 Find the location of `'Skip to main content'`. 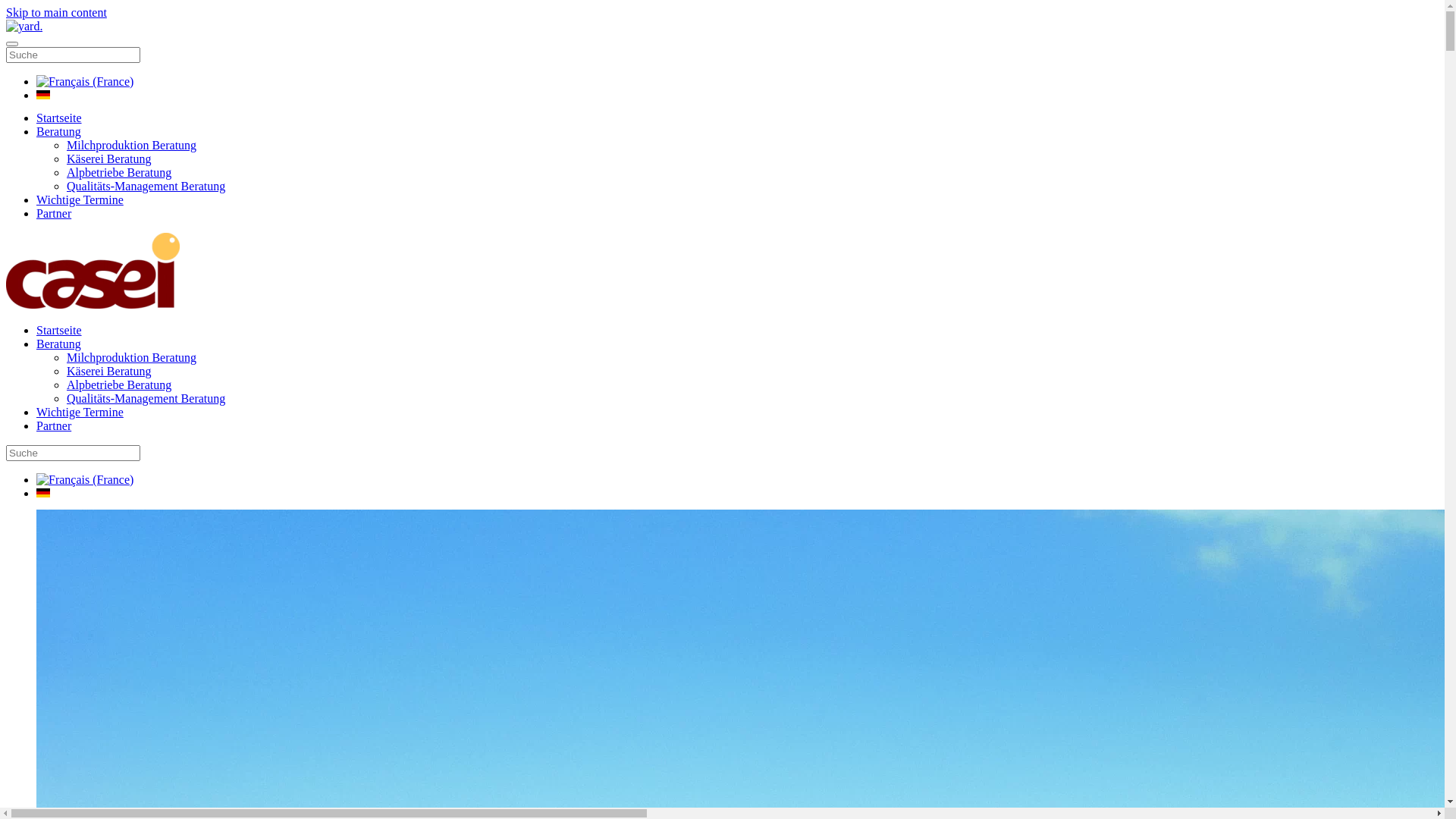

'Skip to main content' is located at coordinates (56, 12).